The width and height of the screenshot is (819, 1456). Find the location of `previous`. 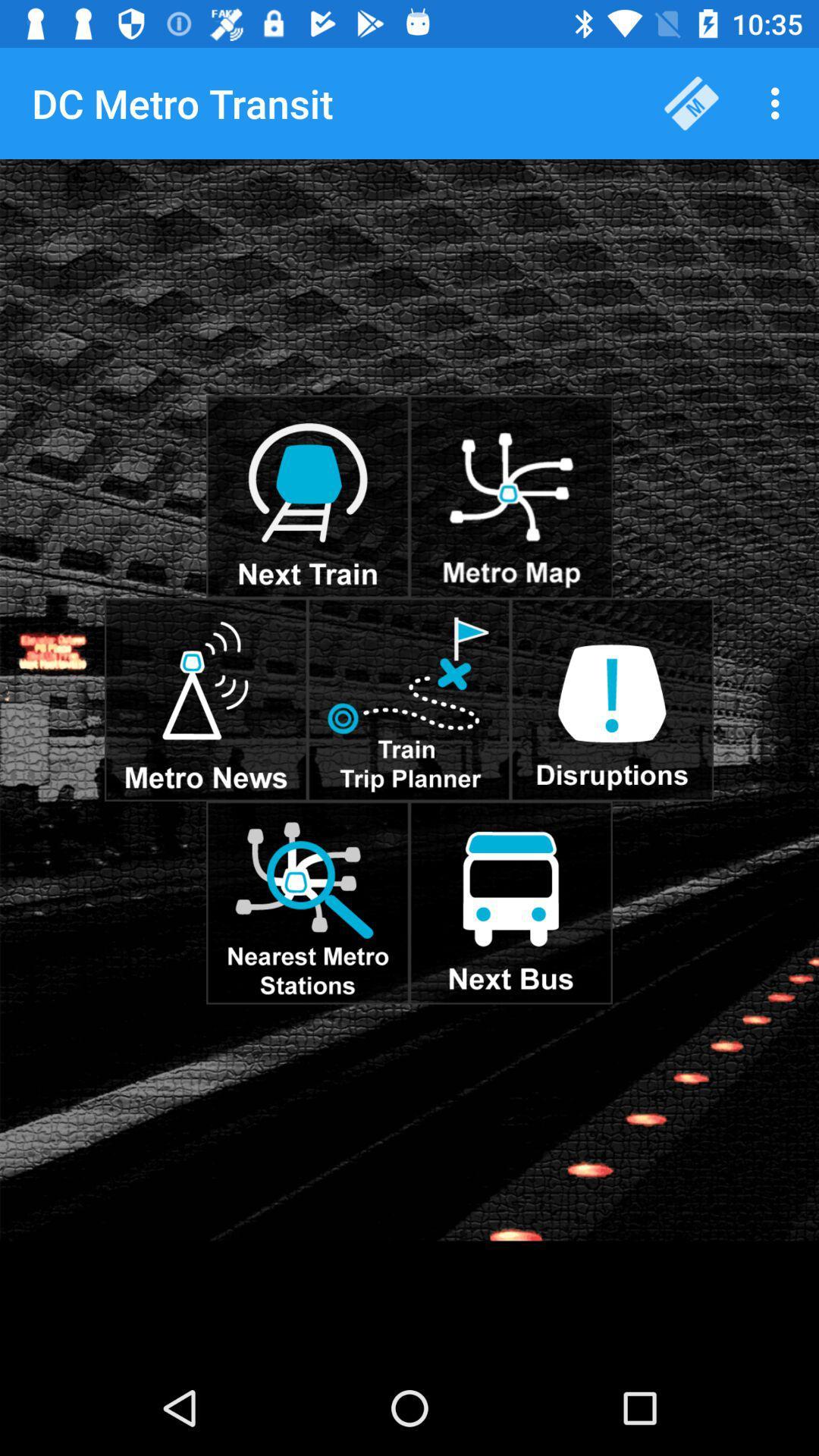

previous is located at coordinates (510, 497).